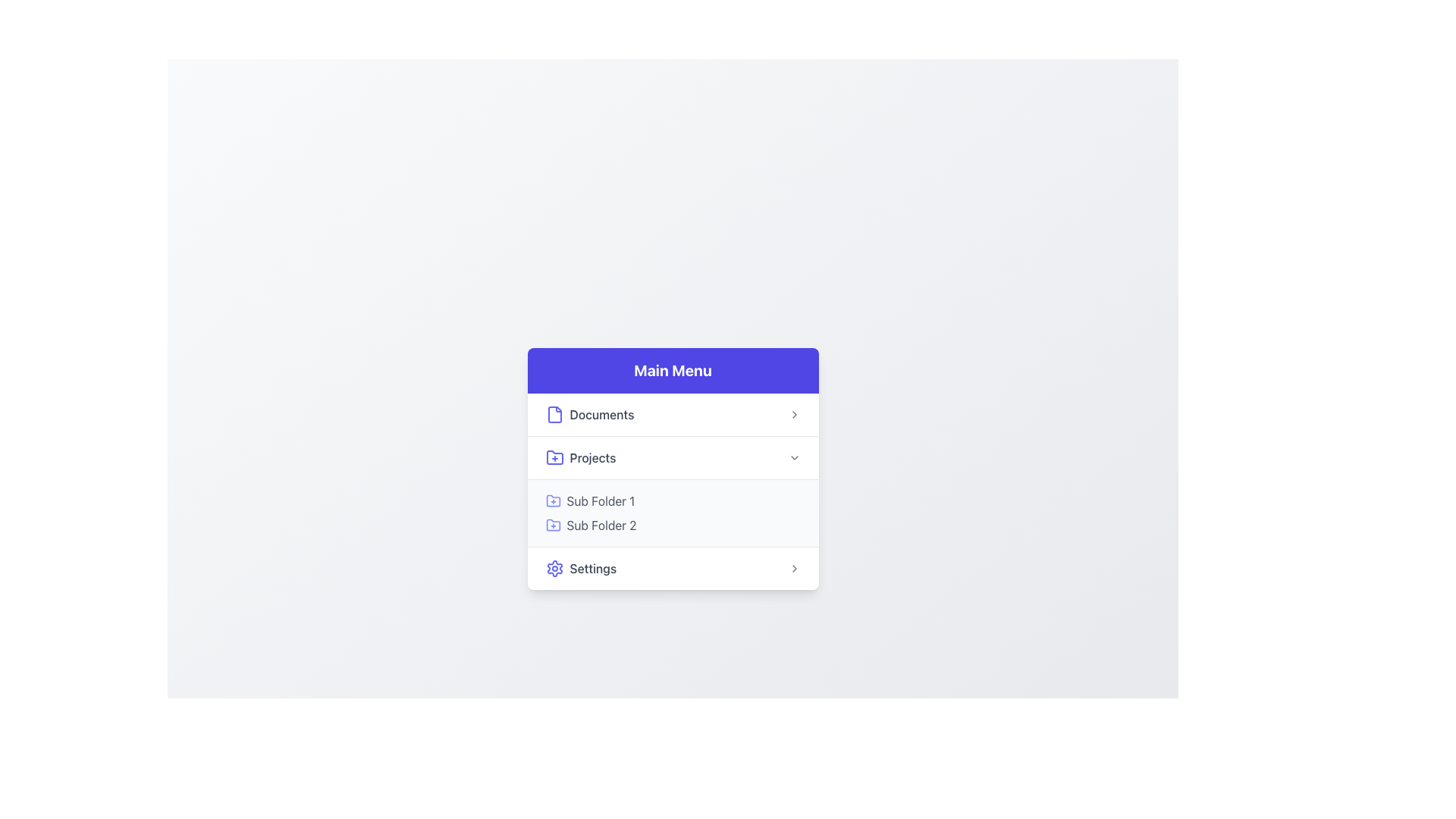 This screenshot has width=1456, height=819. What do you see at coordinates (580, 568) in the screenshot?
I see `the 'Settings' Navigation Menu Item, which consists of a gear icon and the text 'Settings' styled in indigo and medium gray respectively, located at the bottom of the menu` at bounding box center [580, 568].